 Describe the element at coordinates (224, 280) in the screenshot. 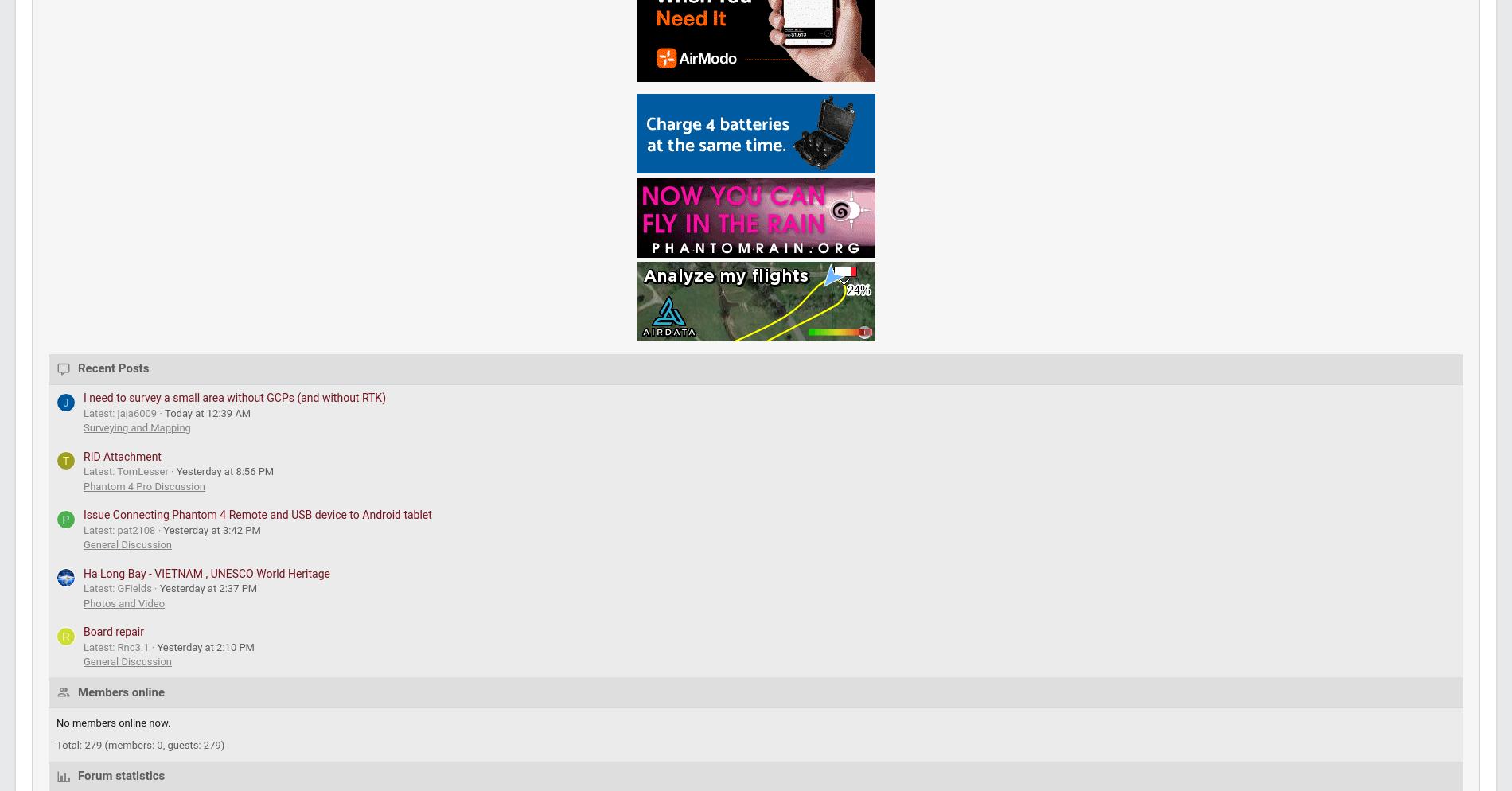

I see `'Photos and Video'` at that location.